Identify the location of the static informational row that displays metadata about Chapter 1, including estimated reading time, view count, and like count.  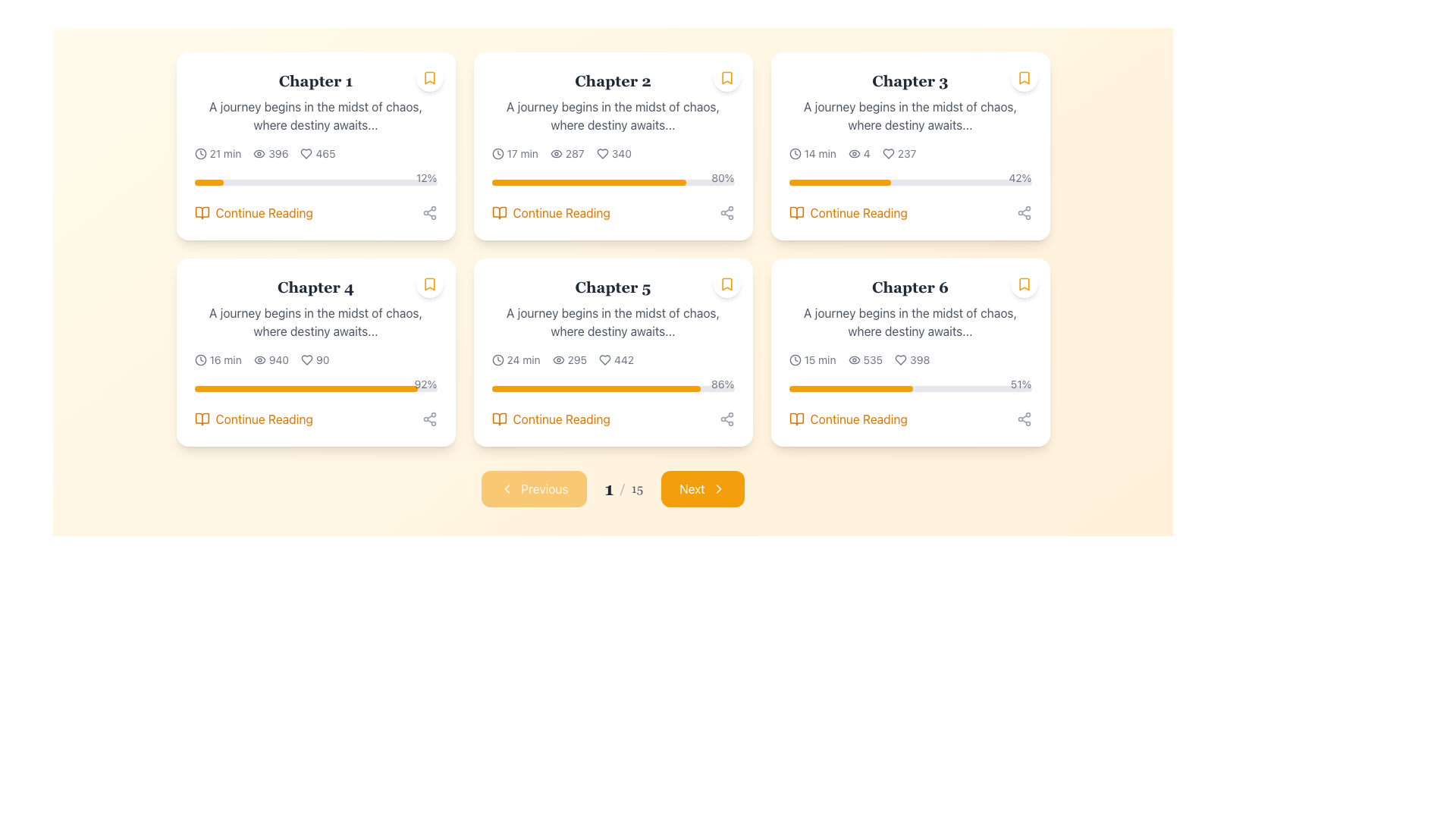
(315, 154).